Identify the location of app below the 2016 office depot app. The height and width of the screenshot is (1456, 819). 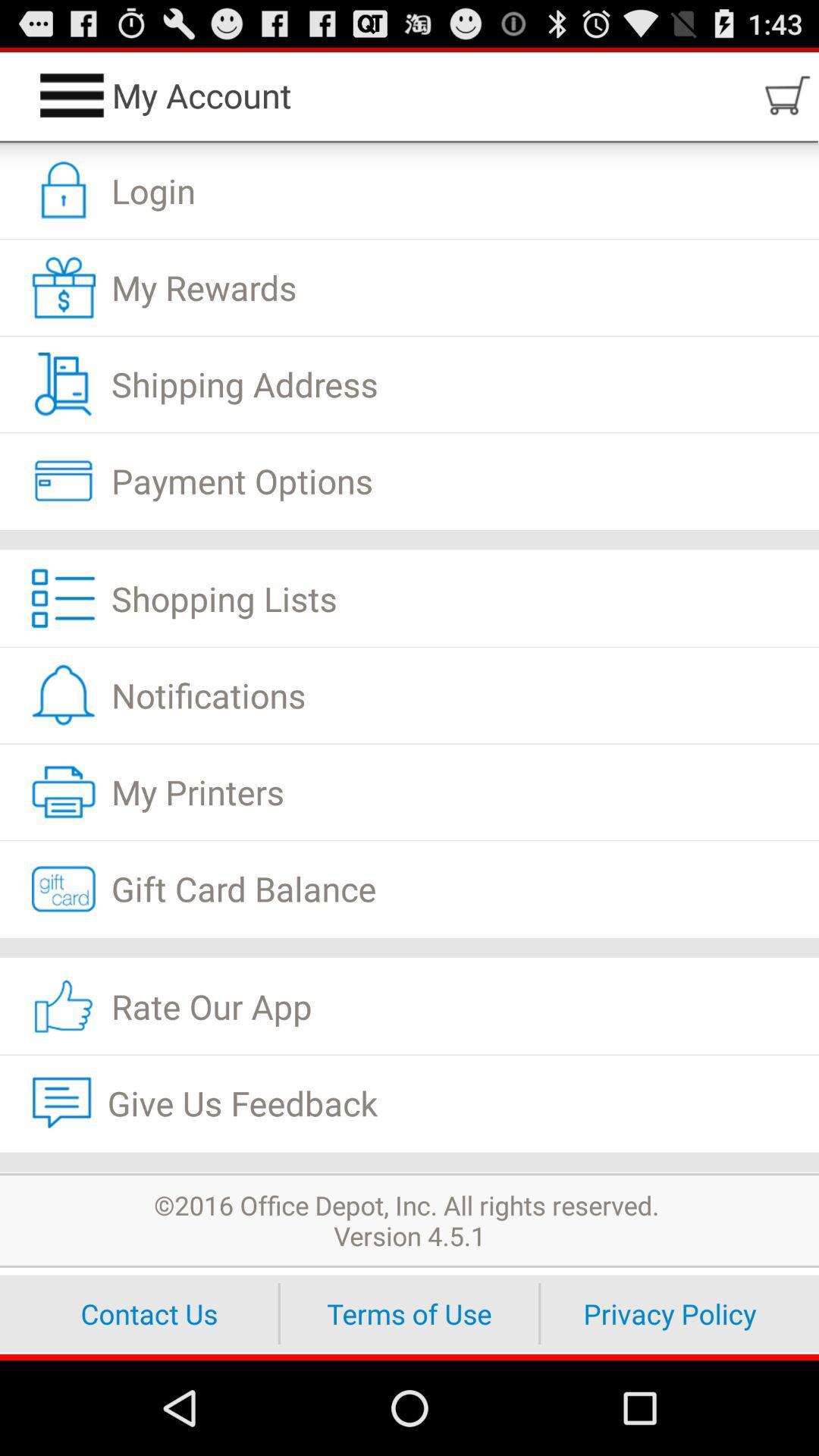
(409, 1313).